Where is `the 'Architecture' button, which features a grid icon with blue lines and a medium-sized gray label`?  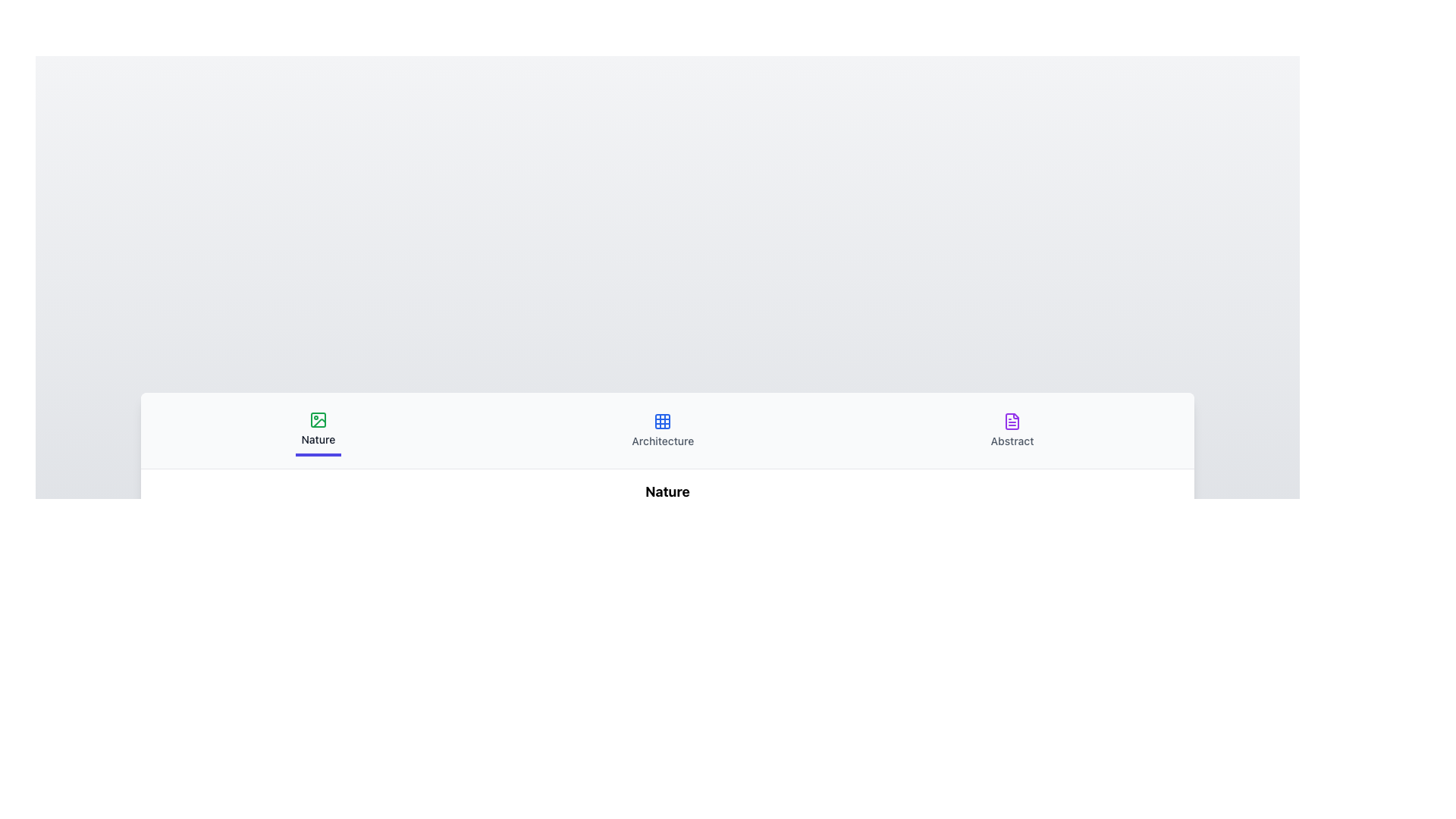
the 'Architecture' button, which features a grid icon with blue lines and a medium-sized gray label is located at coordinates (663, 430).